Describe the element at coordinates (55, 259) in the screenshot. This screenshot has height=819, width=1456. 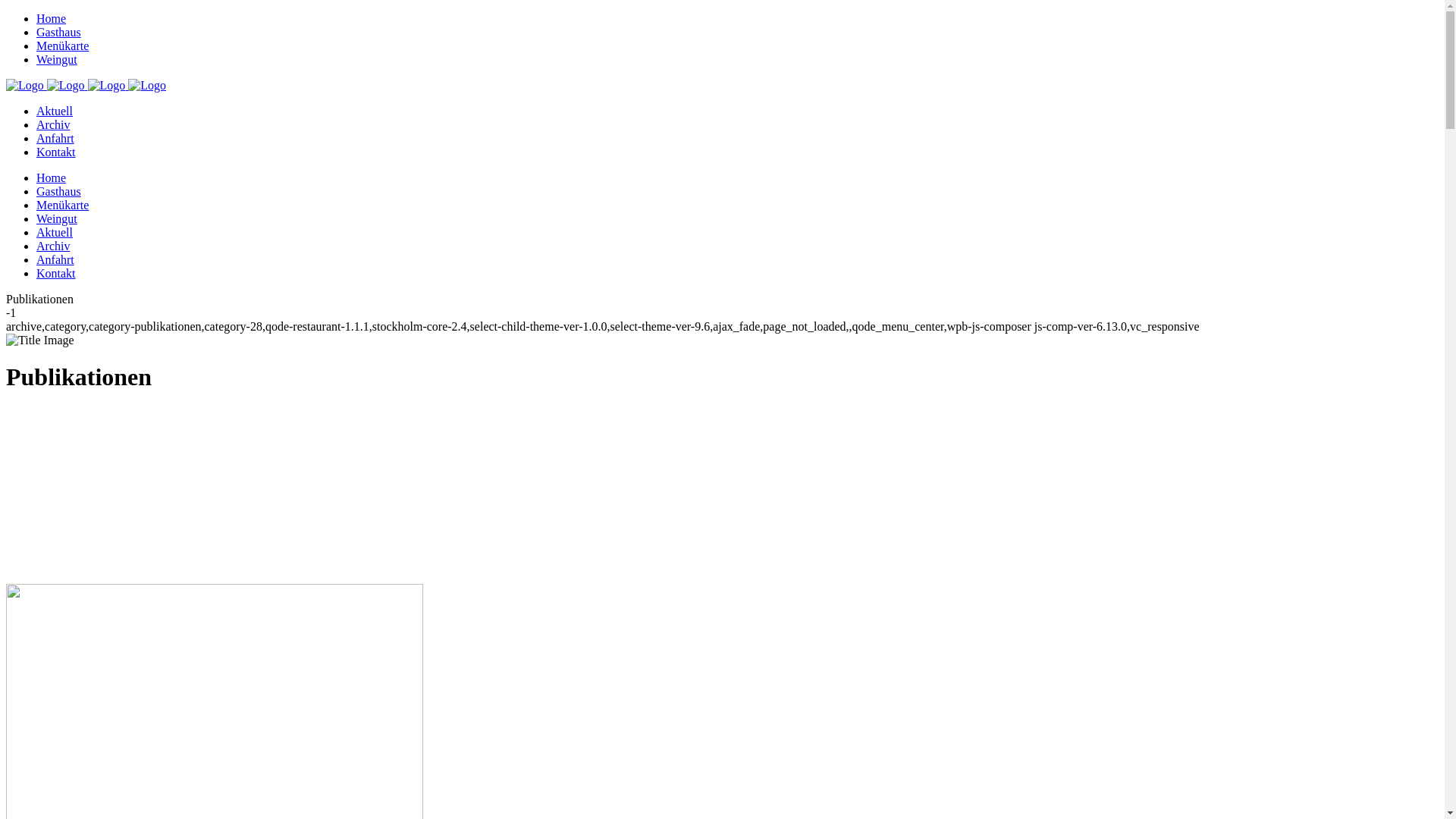
I see `'Anfahrt'` at that location.